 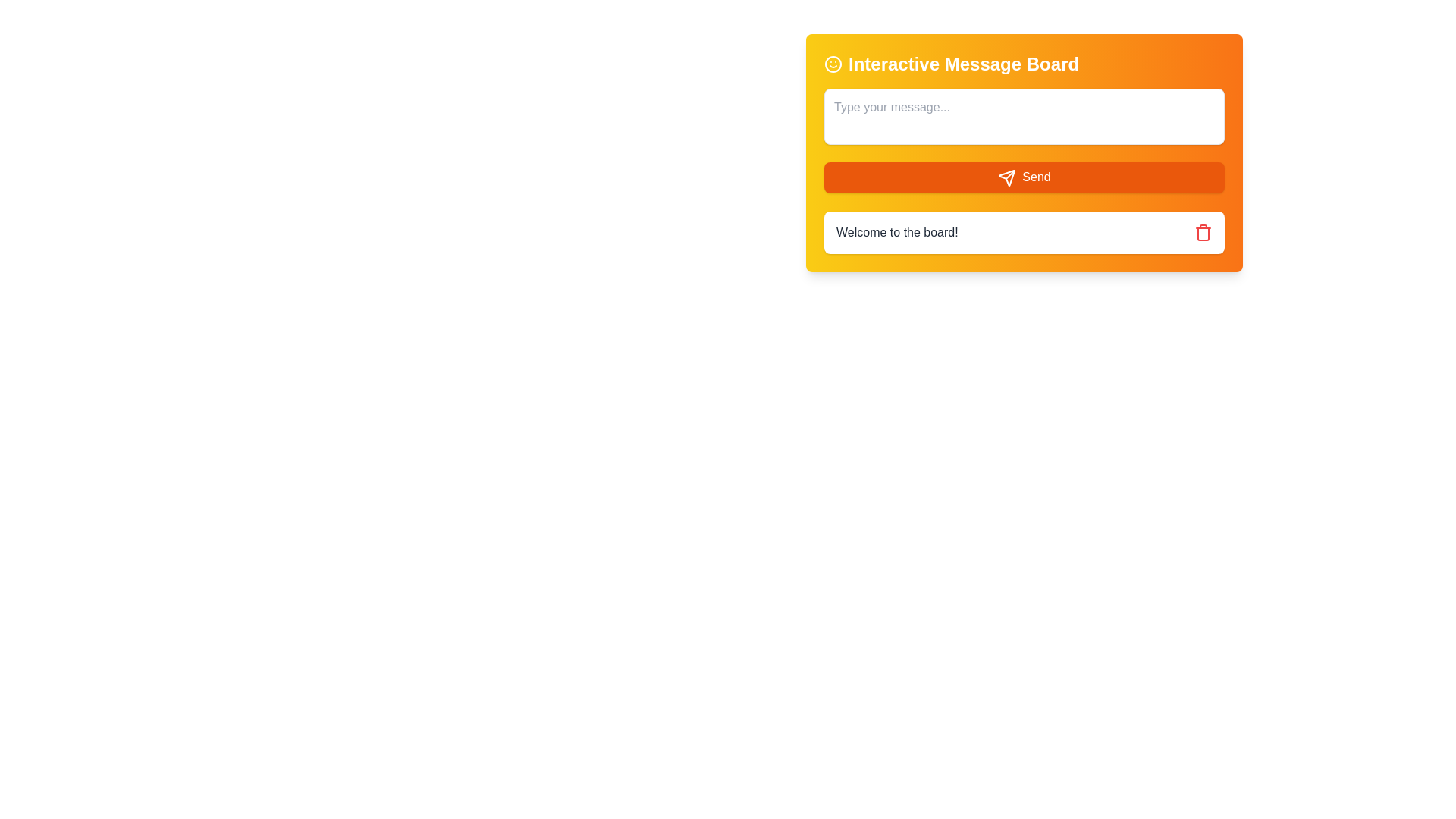 What do you see at coordinates (833, 63) in the screenshot?
I see `the circular smiley icon with a cheerful face that is located to the immediate left of the text 'Interactive Message Board'` at bounding box center [833, 63].